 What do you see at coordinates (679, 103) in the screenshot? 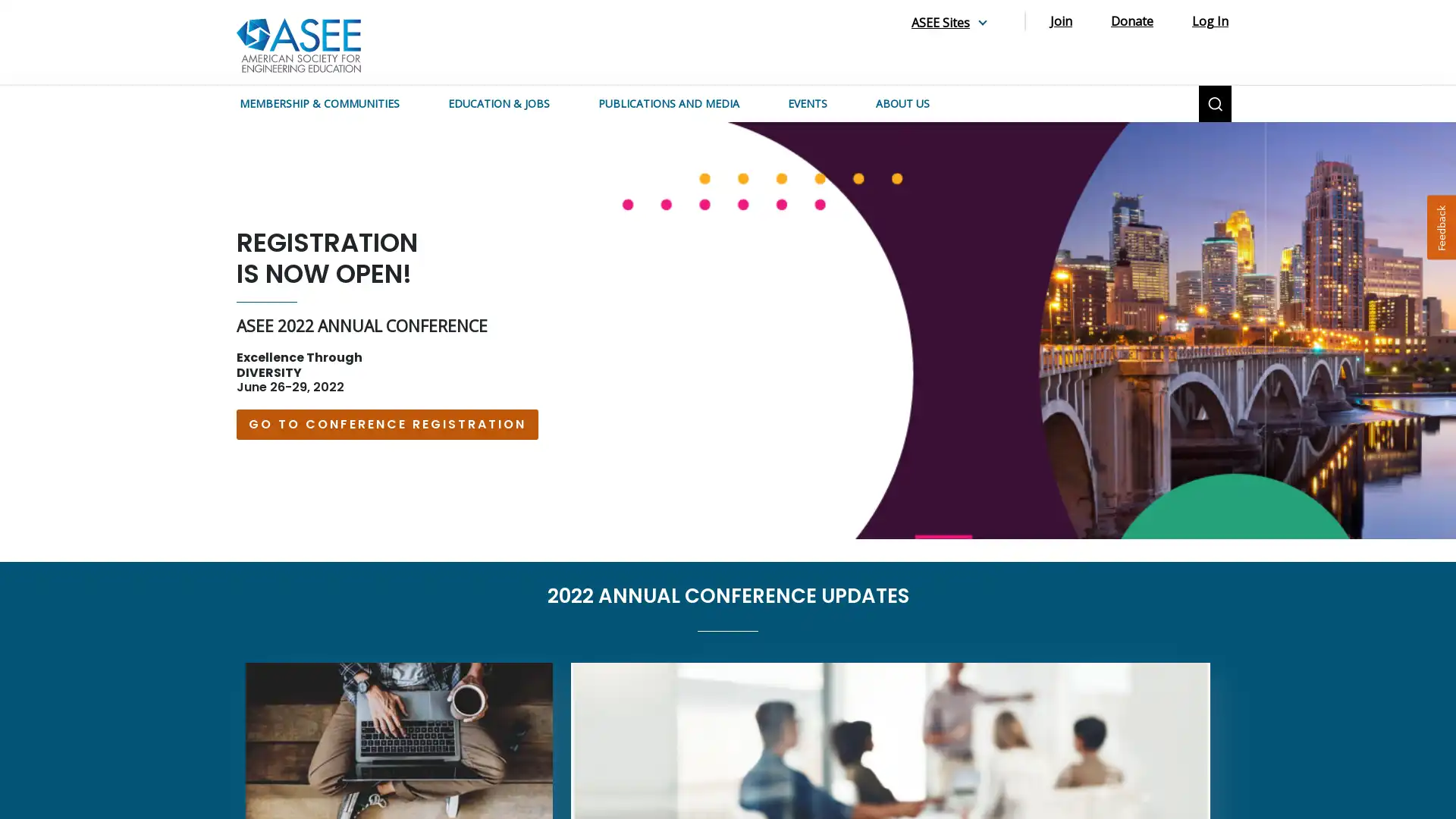
I see `PUBLICATIONS AND MEDIA` at bounding box center [679, 103].